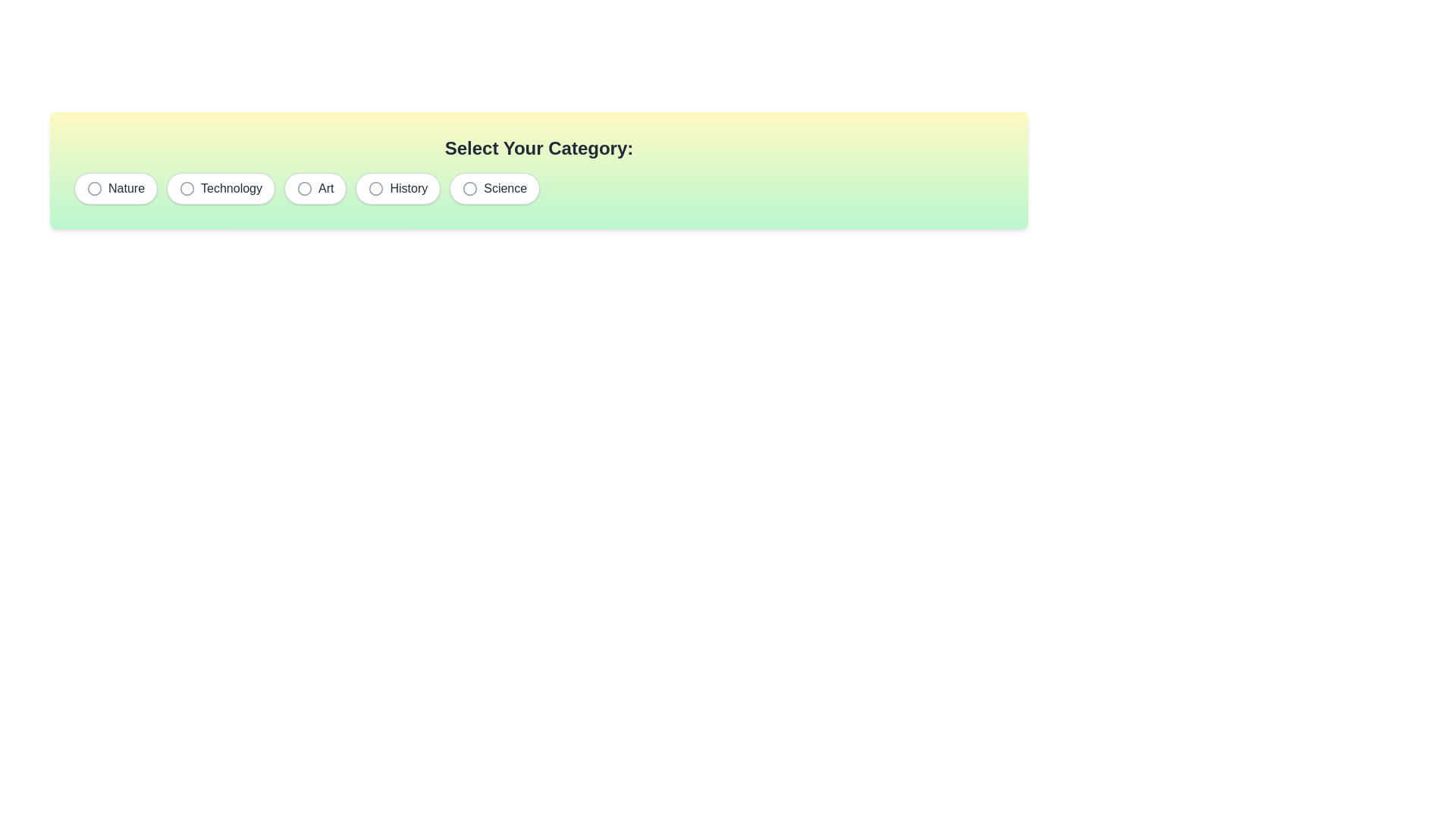 The height and width of the screenshot is (819, 1456). I want to click on the chip labeled Nature, so click(115, 188).